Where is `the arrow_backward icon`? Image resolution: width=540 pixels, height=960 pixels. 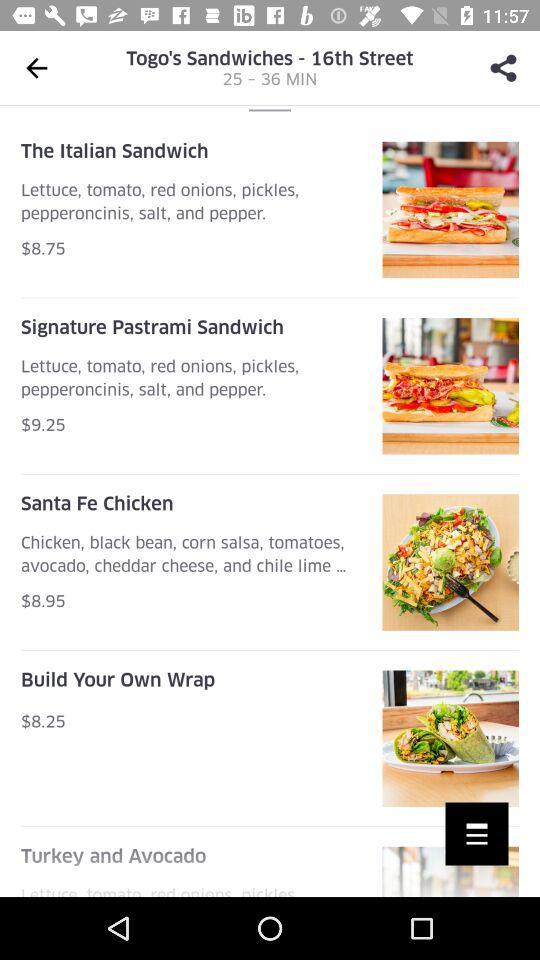
the arrow_backward icon is located at coordinates (36, 68).